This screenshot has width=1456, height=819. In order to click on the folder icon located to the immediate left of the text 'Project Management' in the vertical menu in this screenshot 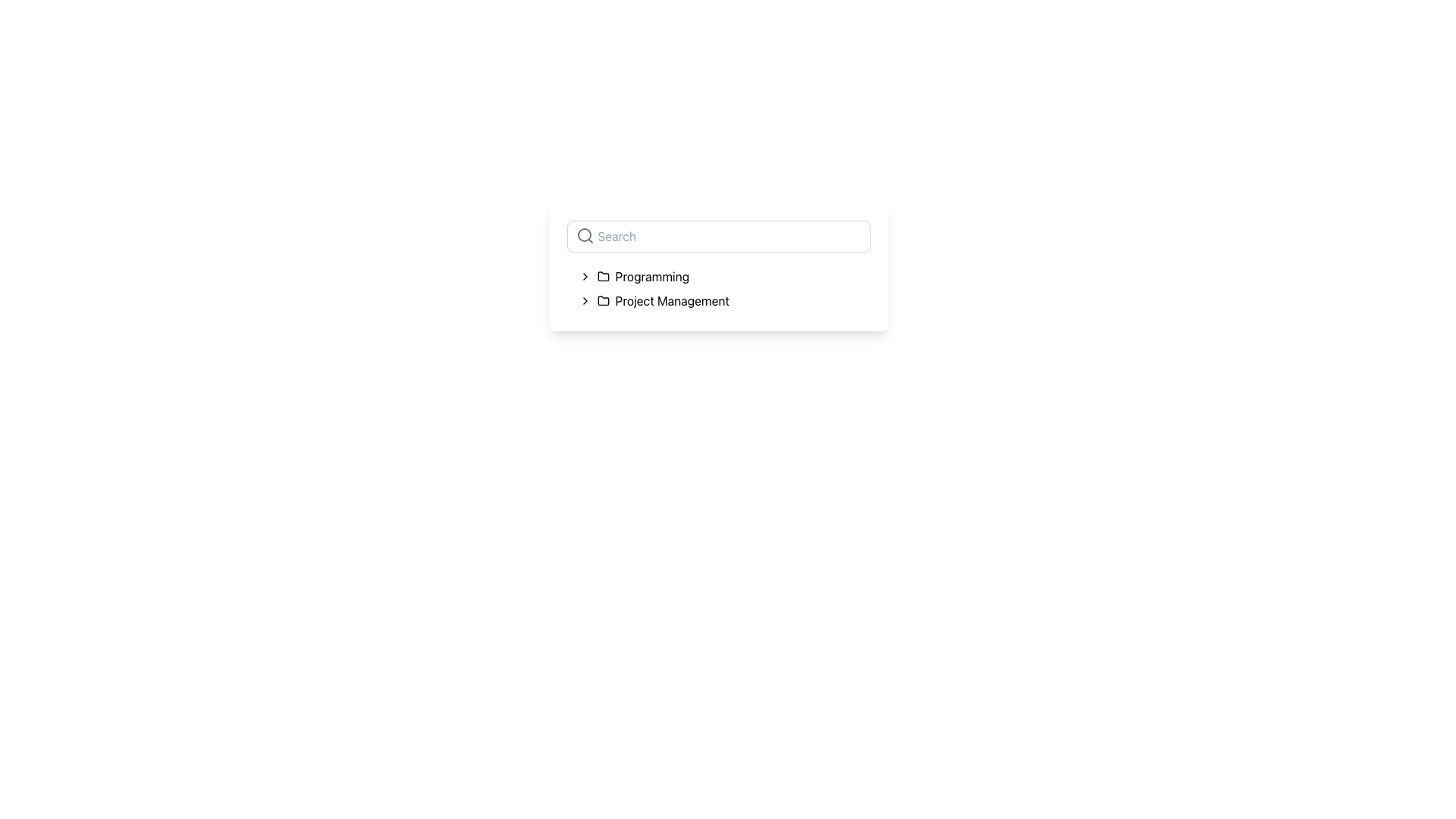, I will do `click(602, 301)`.